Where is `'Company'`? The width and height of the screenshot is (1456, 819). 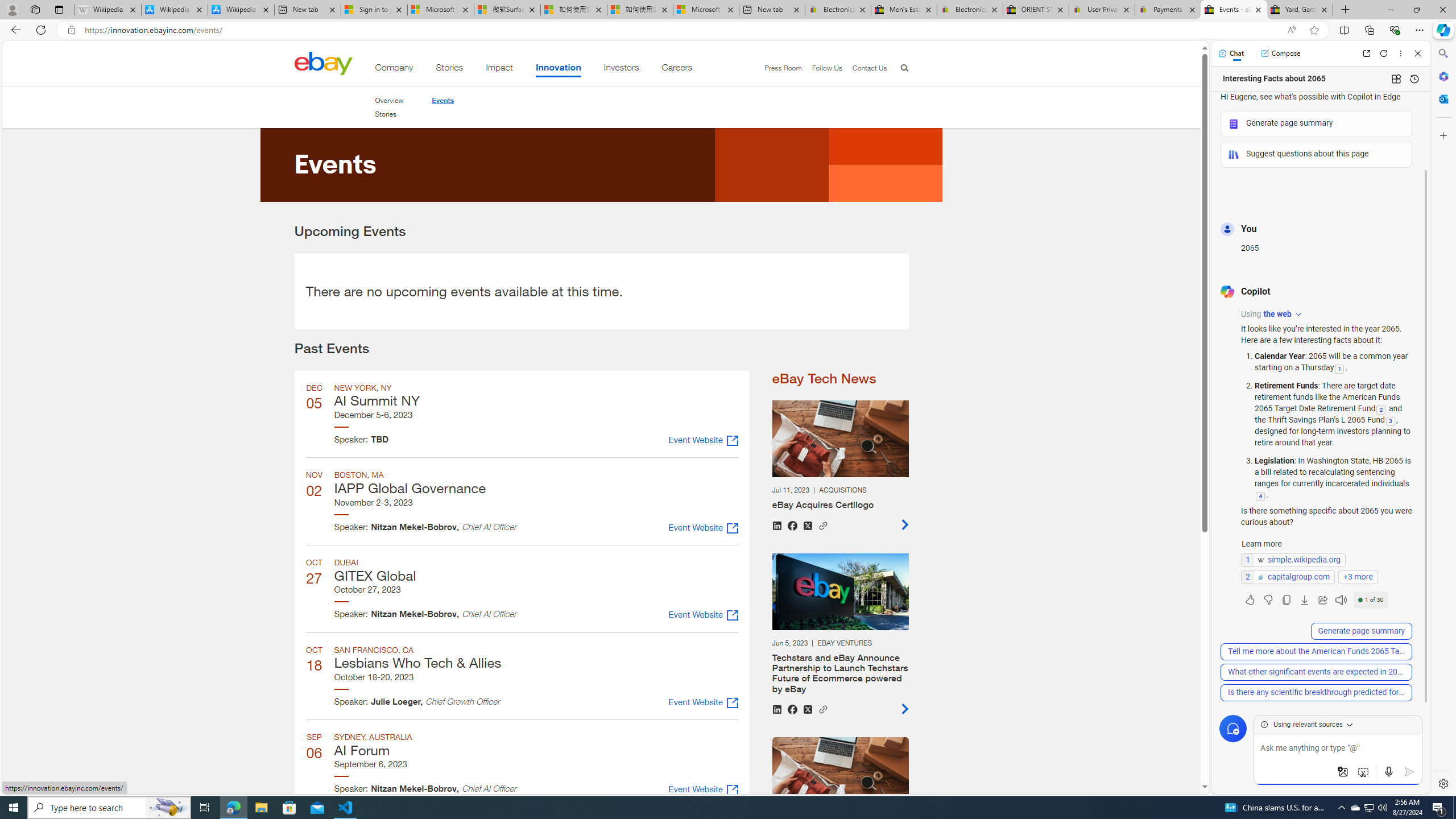 'Company' is located at coordinates (394, 69).